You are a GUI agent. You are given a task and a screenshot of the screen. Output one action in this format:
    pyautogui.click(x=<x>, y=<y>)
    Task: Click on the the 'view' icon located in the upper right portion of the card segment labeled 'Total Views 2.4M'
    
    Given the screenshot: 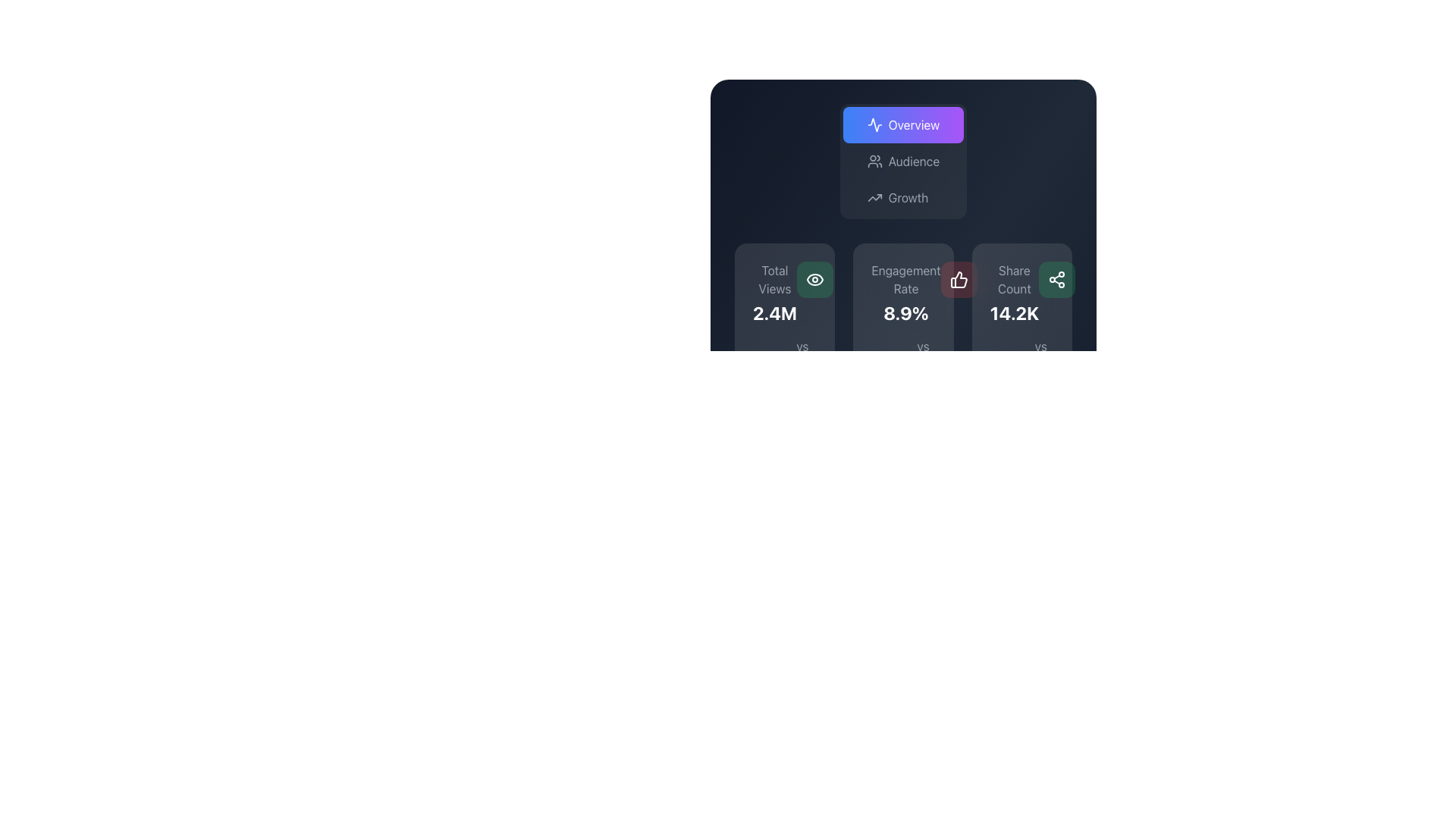 What is the action you would take?
    pyautogui.click(x=814, y=280)
    